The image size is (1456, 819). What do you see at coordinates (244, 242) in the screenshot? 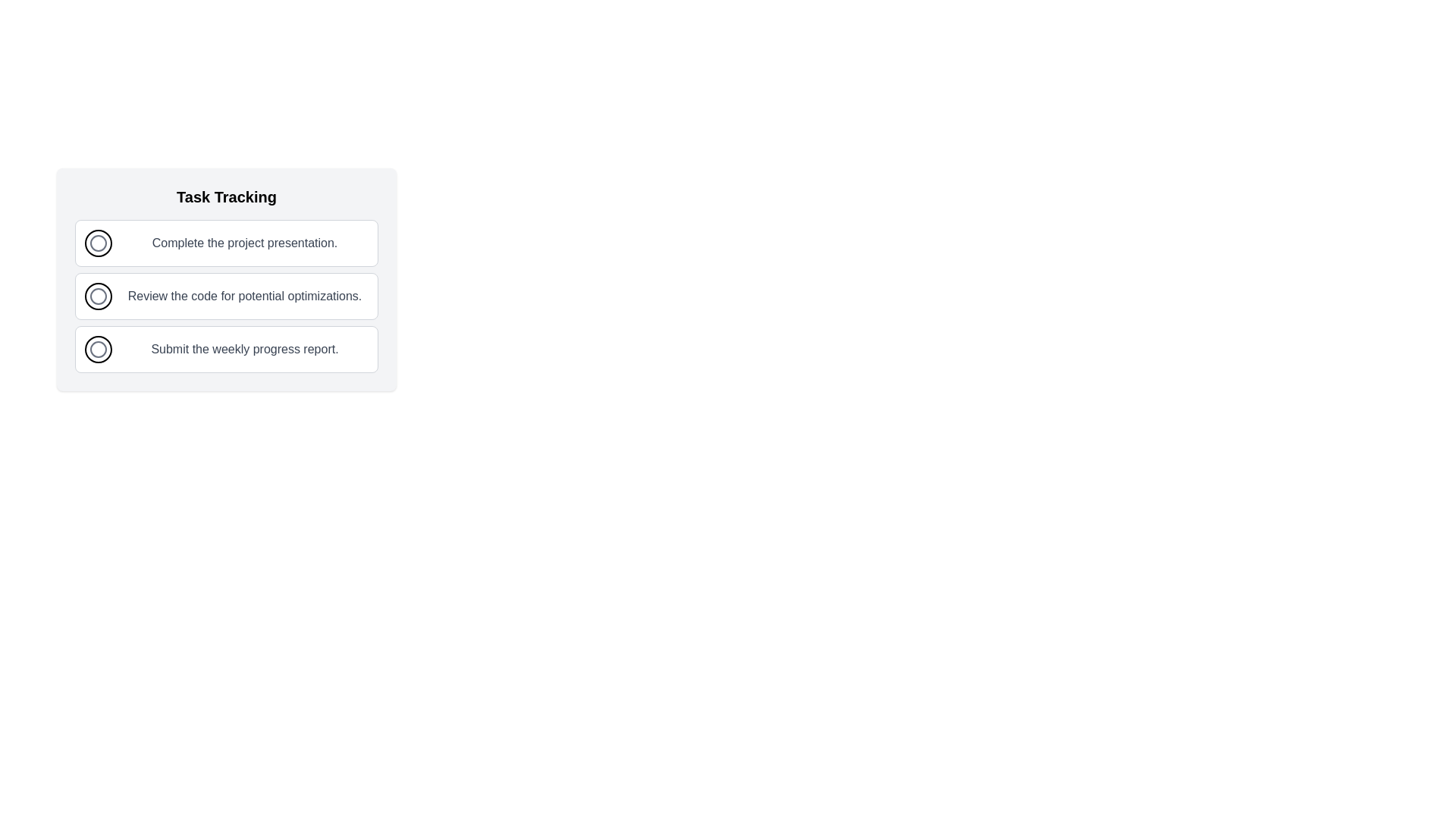
I see `the text label that reads 'Complete the project presentation.' which is part of a task list and located to the right of its corresponding circular checkbox` at bounding box center [244, 242].